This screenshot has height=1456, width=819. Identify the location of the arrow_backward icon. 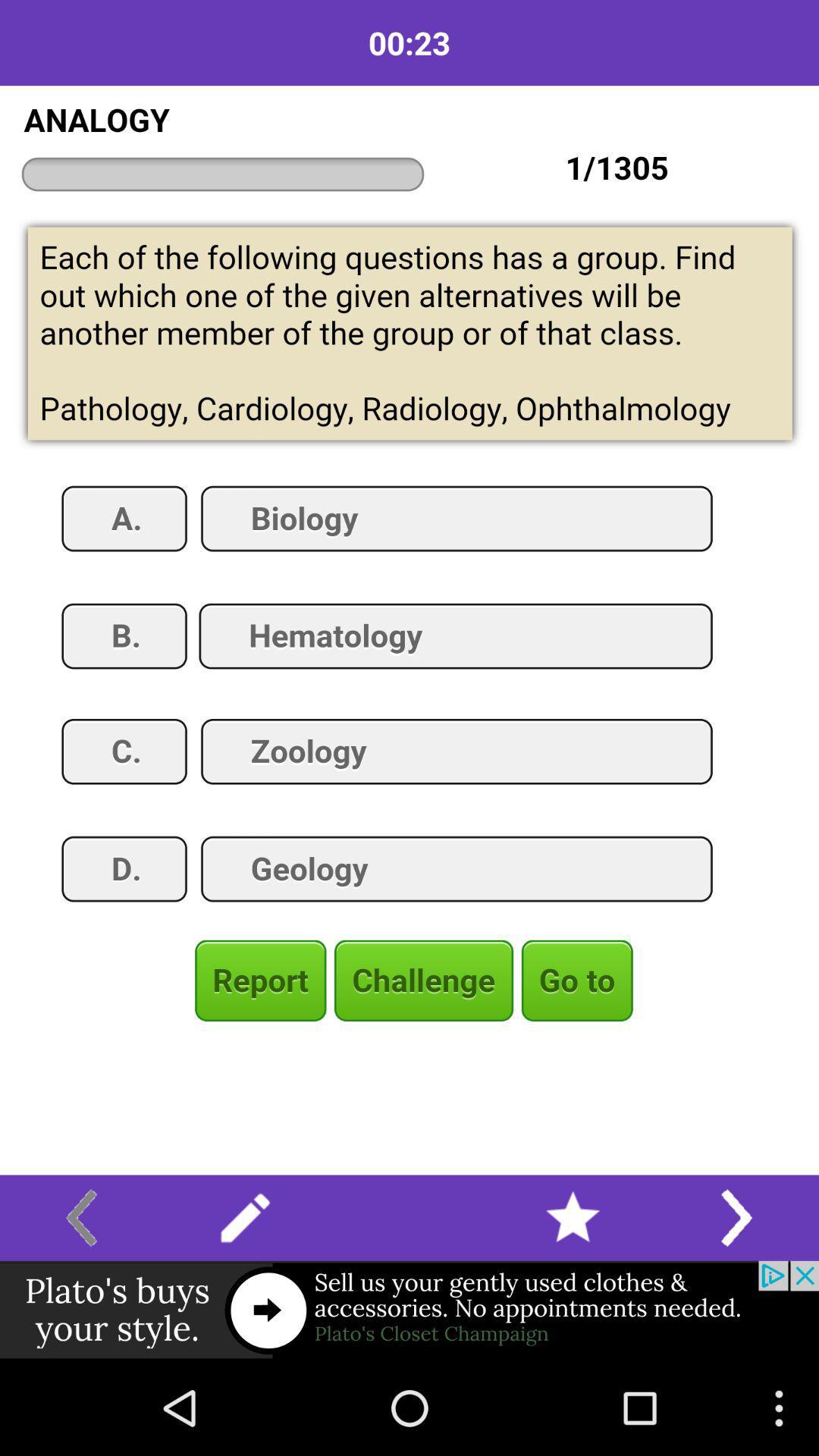
(81, 1302).